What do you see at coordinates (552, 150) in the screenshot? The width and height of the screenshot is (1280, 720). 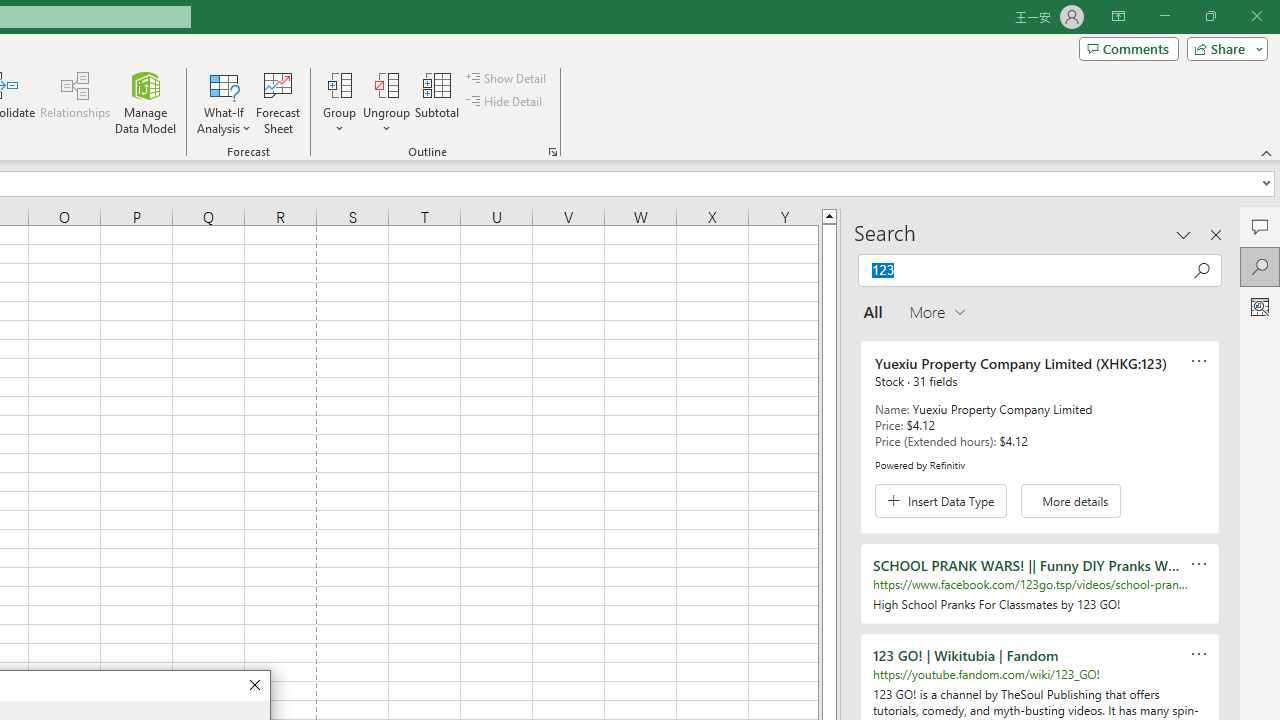 I see `'Group and Outline Settings'` at bounding box center [552, 150].